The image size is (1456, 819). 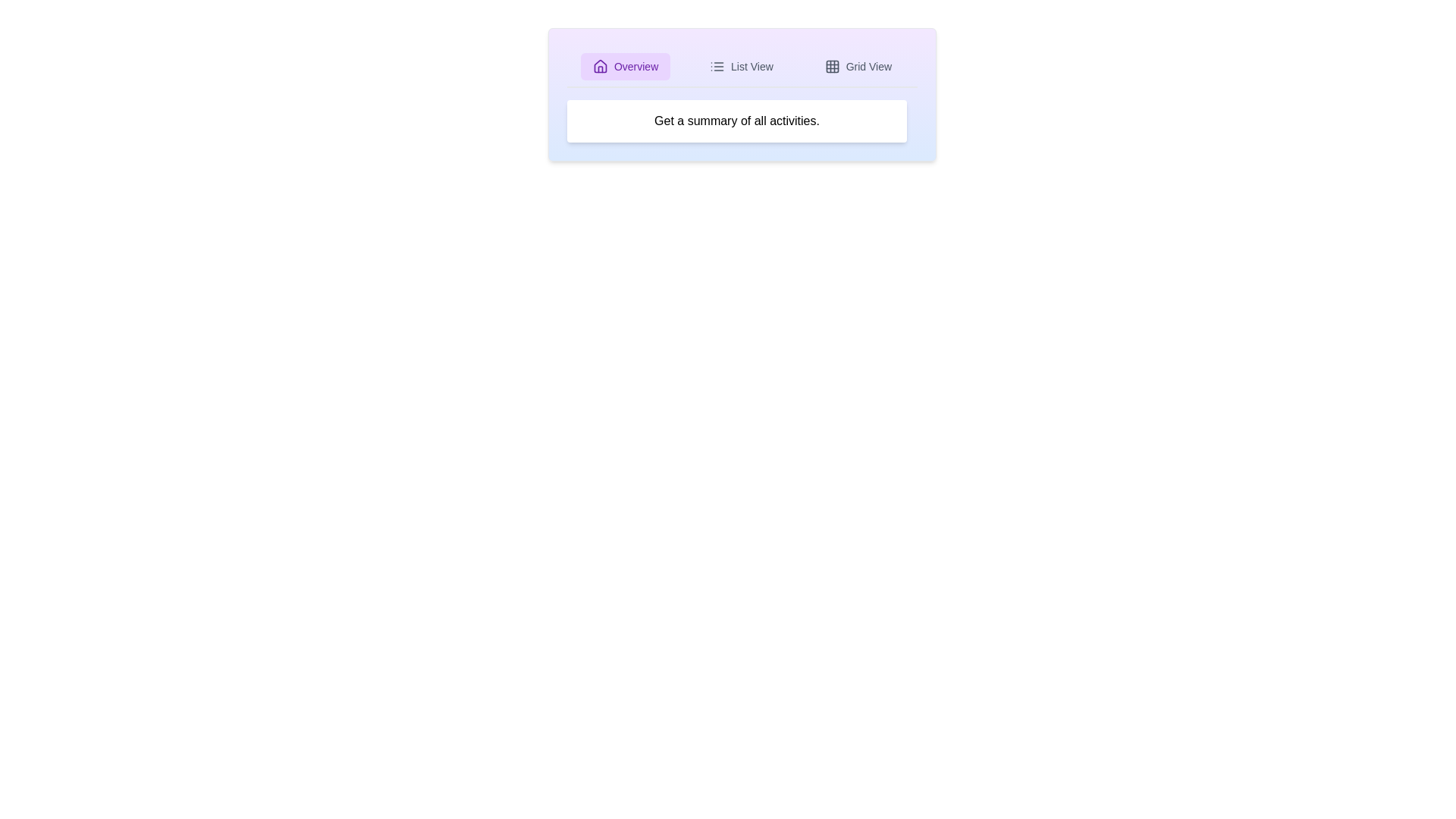 I want to click on the active tab, which is the 'Overview' tab, so click(x=626, y=66).